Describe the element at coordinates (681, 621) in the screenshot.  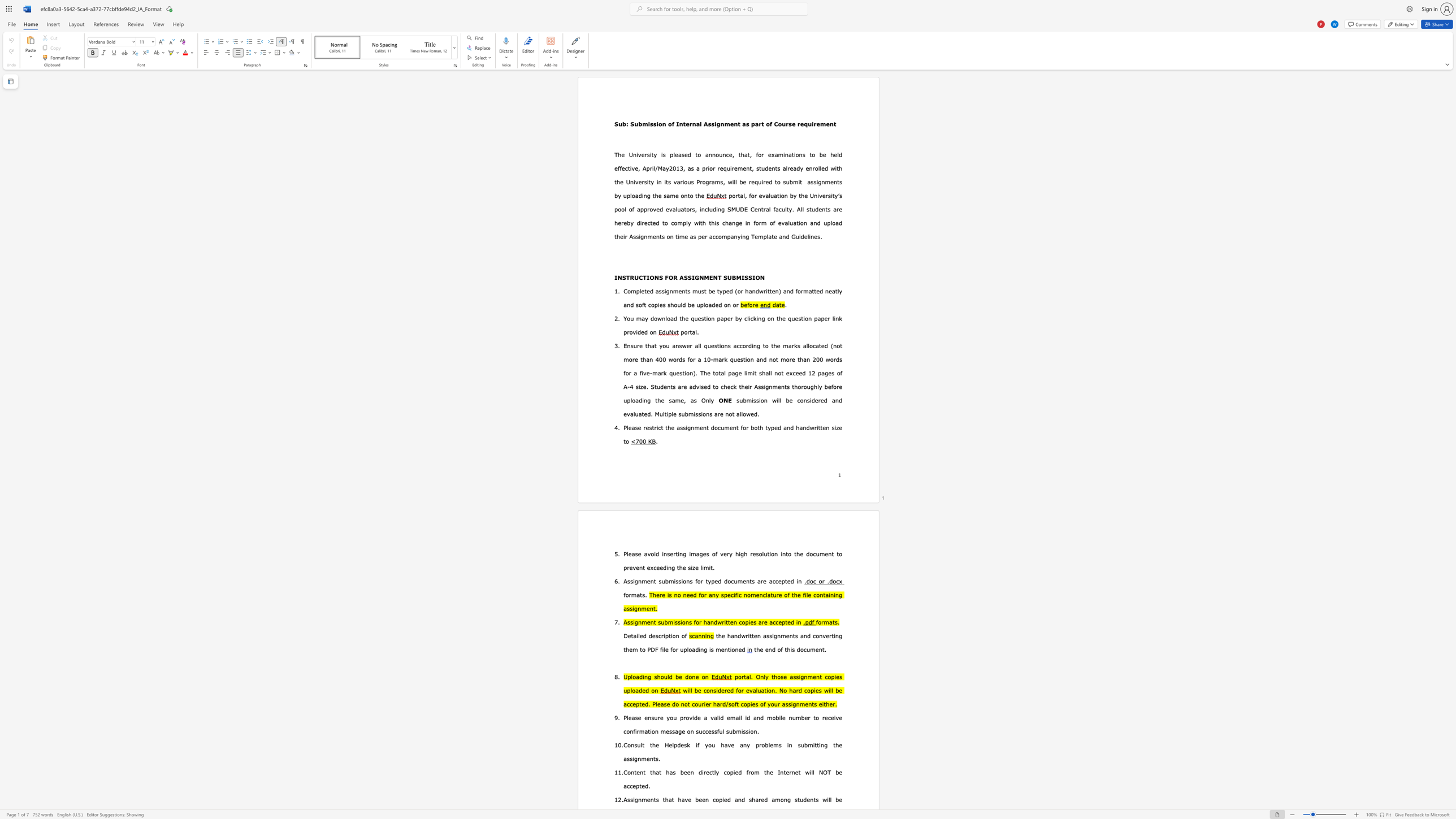
I see `the subset text "ions for handwritten copies are accepted in" within the text "Assignment submissions for handwritten copies are accepted in"` at that location.